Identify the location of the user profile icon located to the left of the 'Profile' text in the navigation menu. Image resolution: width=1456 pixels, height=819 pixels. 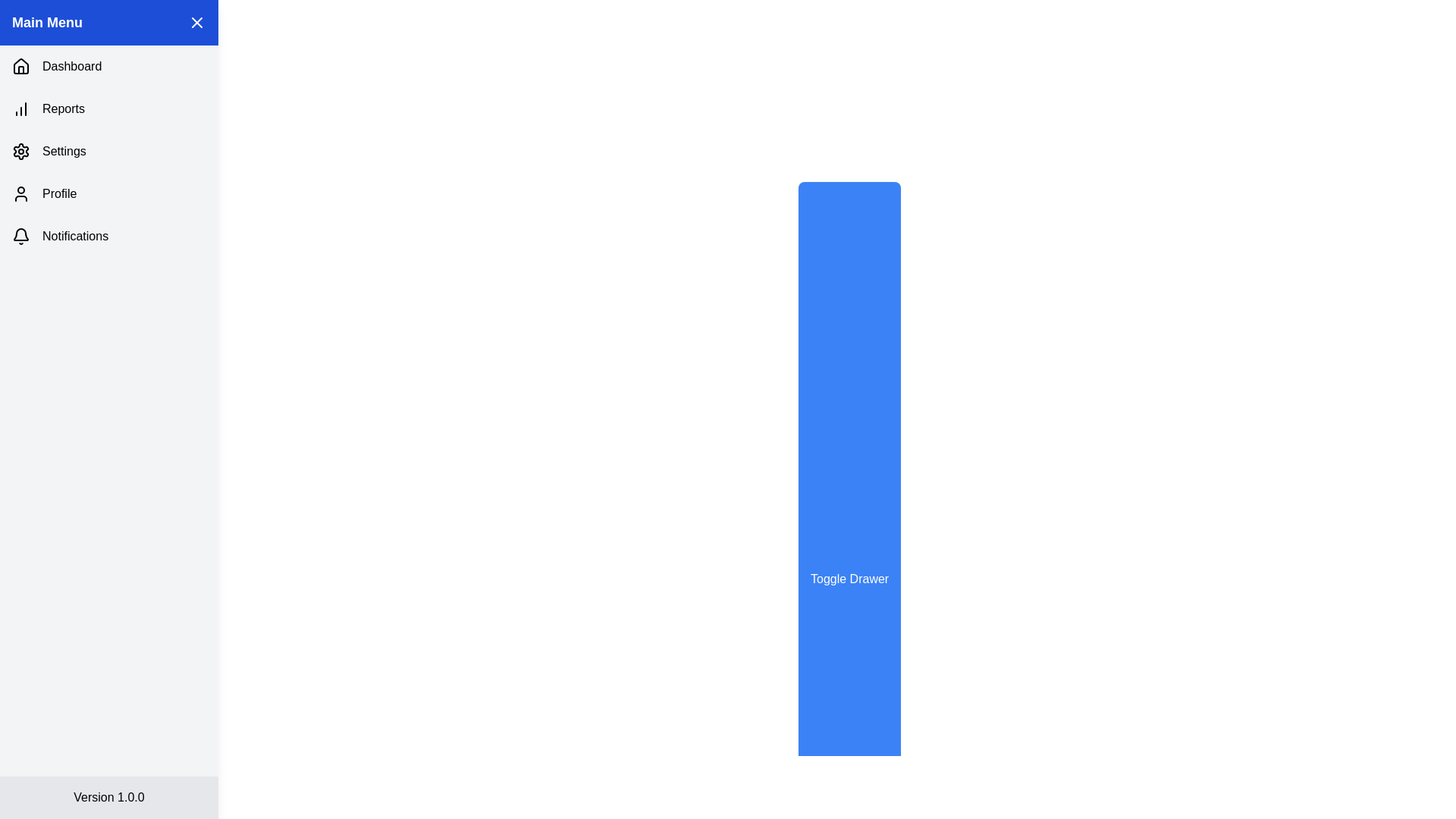
(21, 193).